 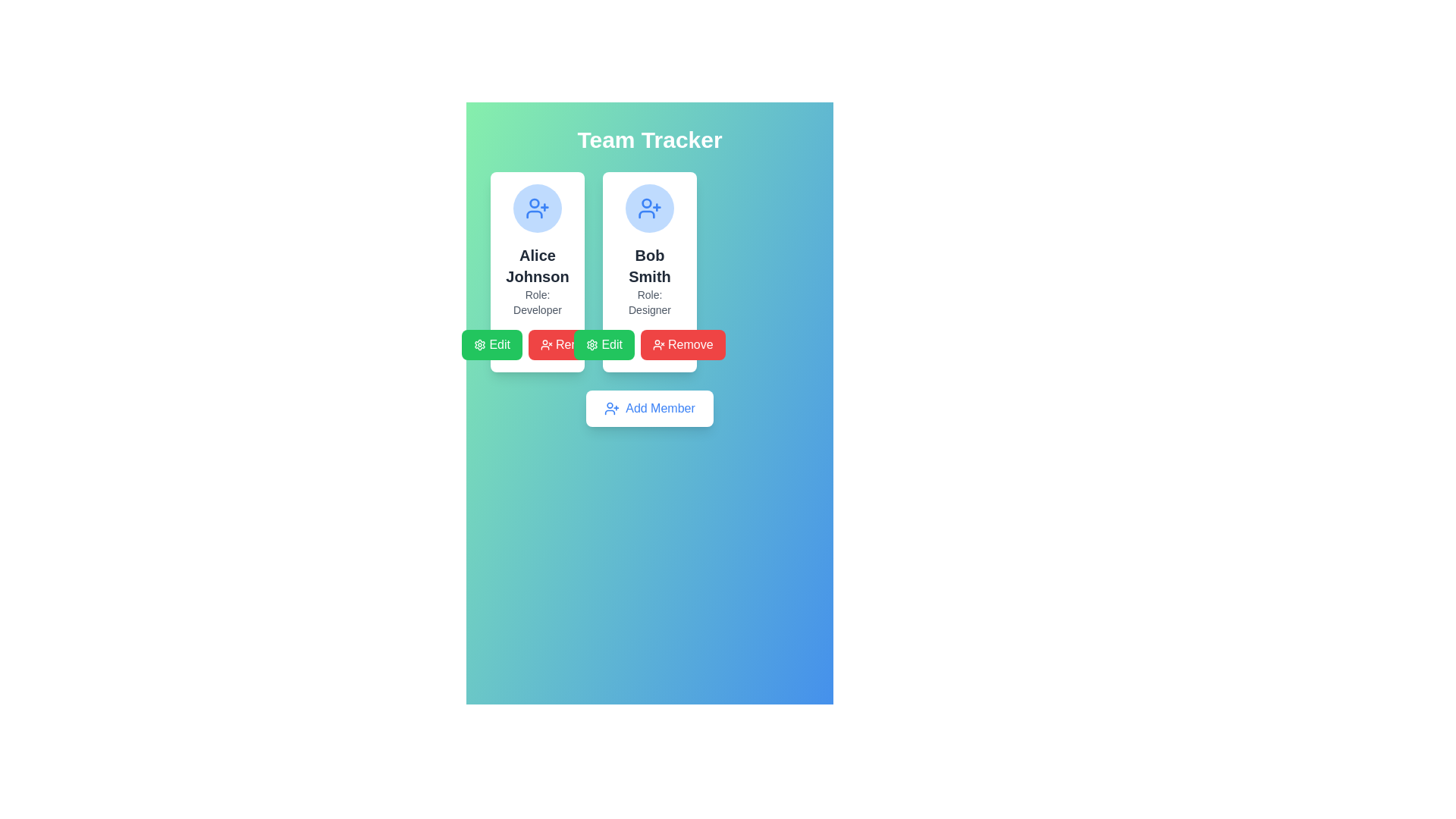 What do you see at coordinates (591, 345) in the screenshot?
I see `the settings icon located inside the 'Edit' button associated with user 'Alice Johnson'` at bounding box center [591, 345].